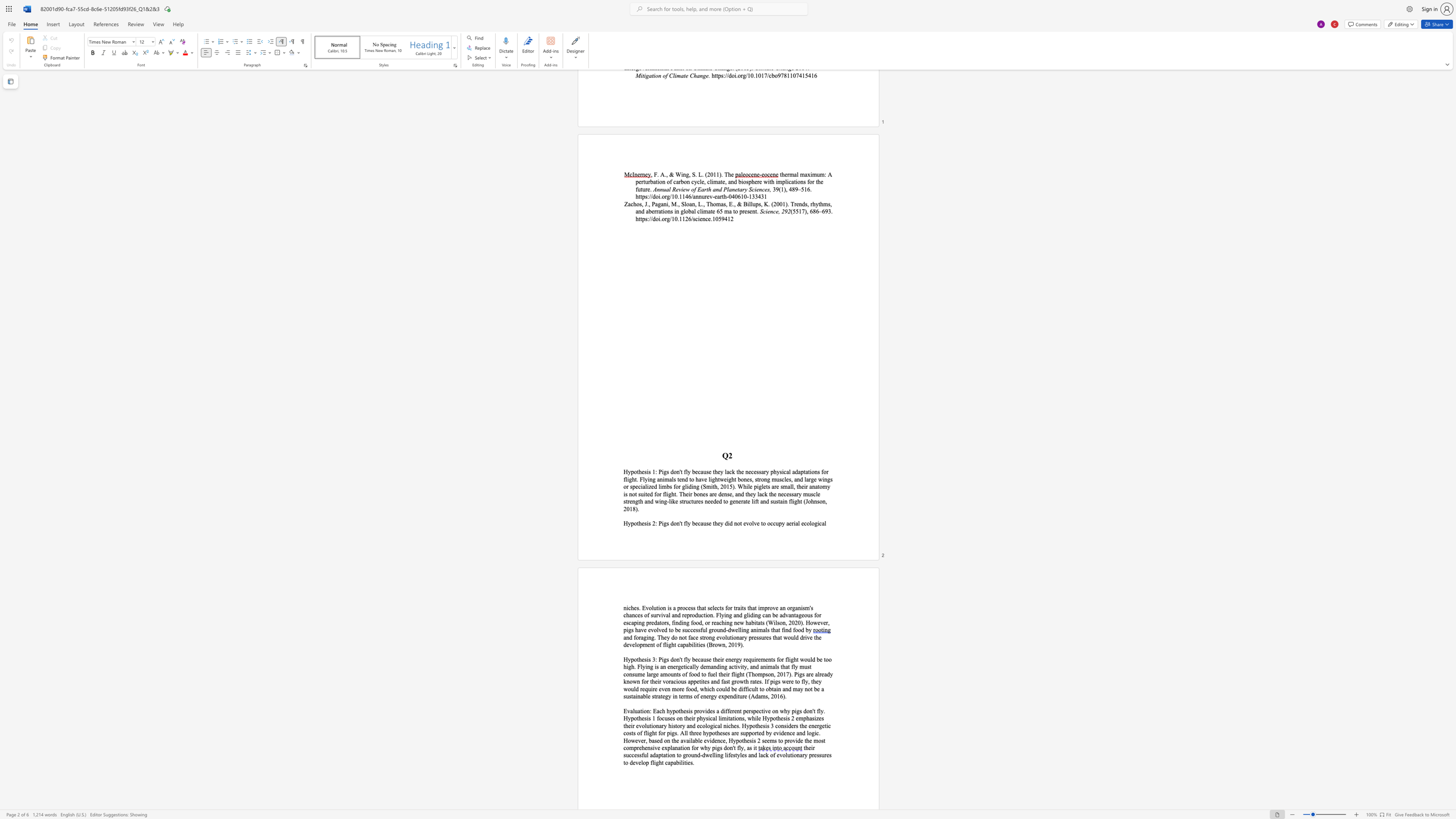 This screenshot has width=1456, height=819. Describe the element at coordinates (631, 710) in the screenshot. I see `the 1th character "a" in the text` at that location.